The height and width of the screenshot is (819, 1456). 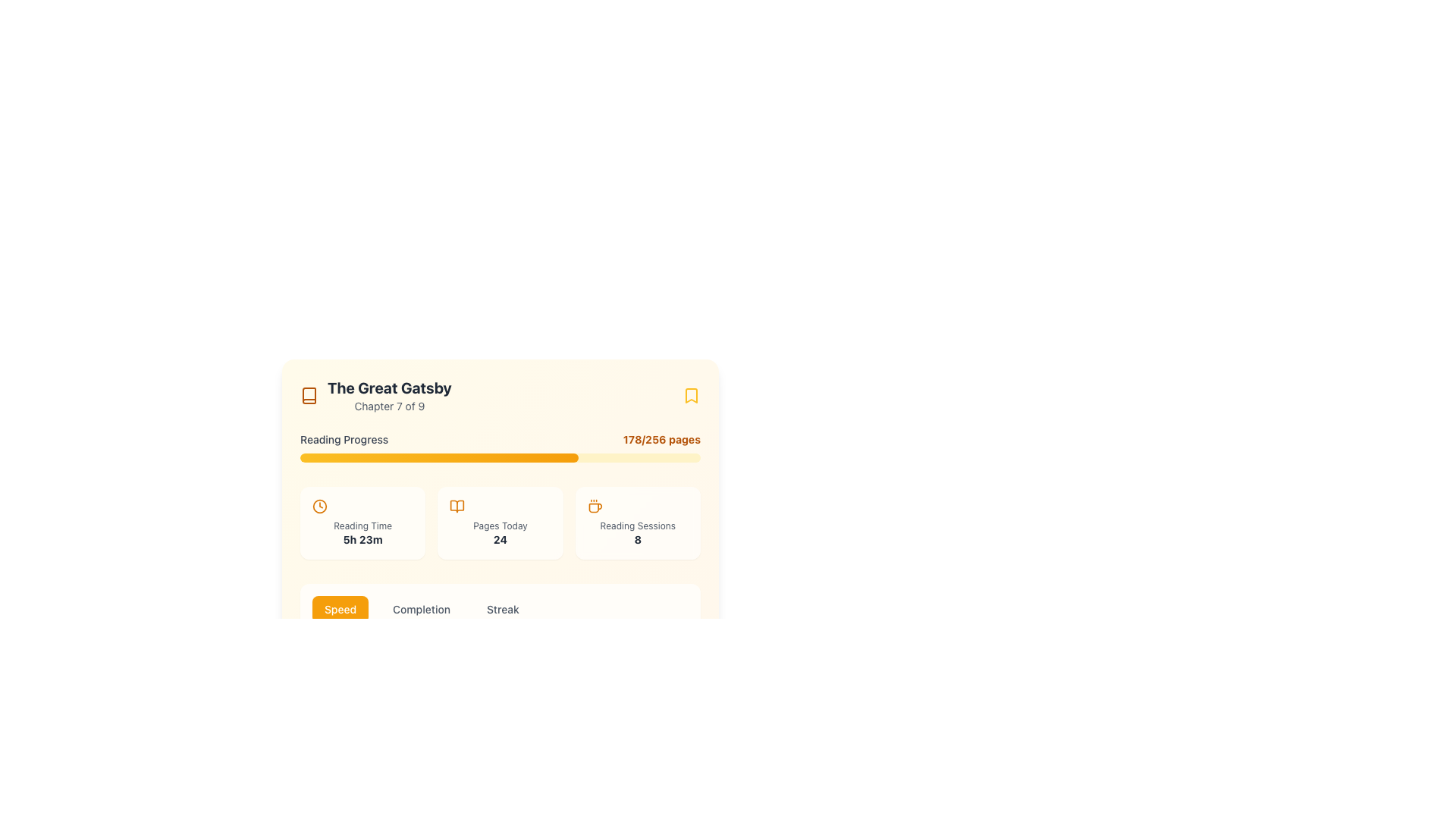 I want to click on the decorative icon located at the top-left corner of the 'Reading Sessions' card, above the text 'Reading Sessions 8', so click(x=594, y=506).